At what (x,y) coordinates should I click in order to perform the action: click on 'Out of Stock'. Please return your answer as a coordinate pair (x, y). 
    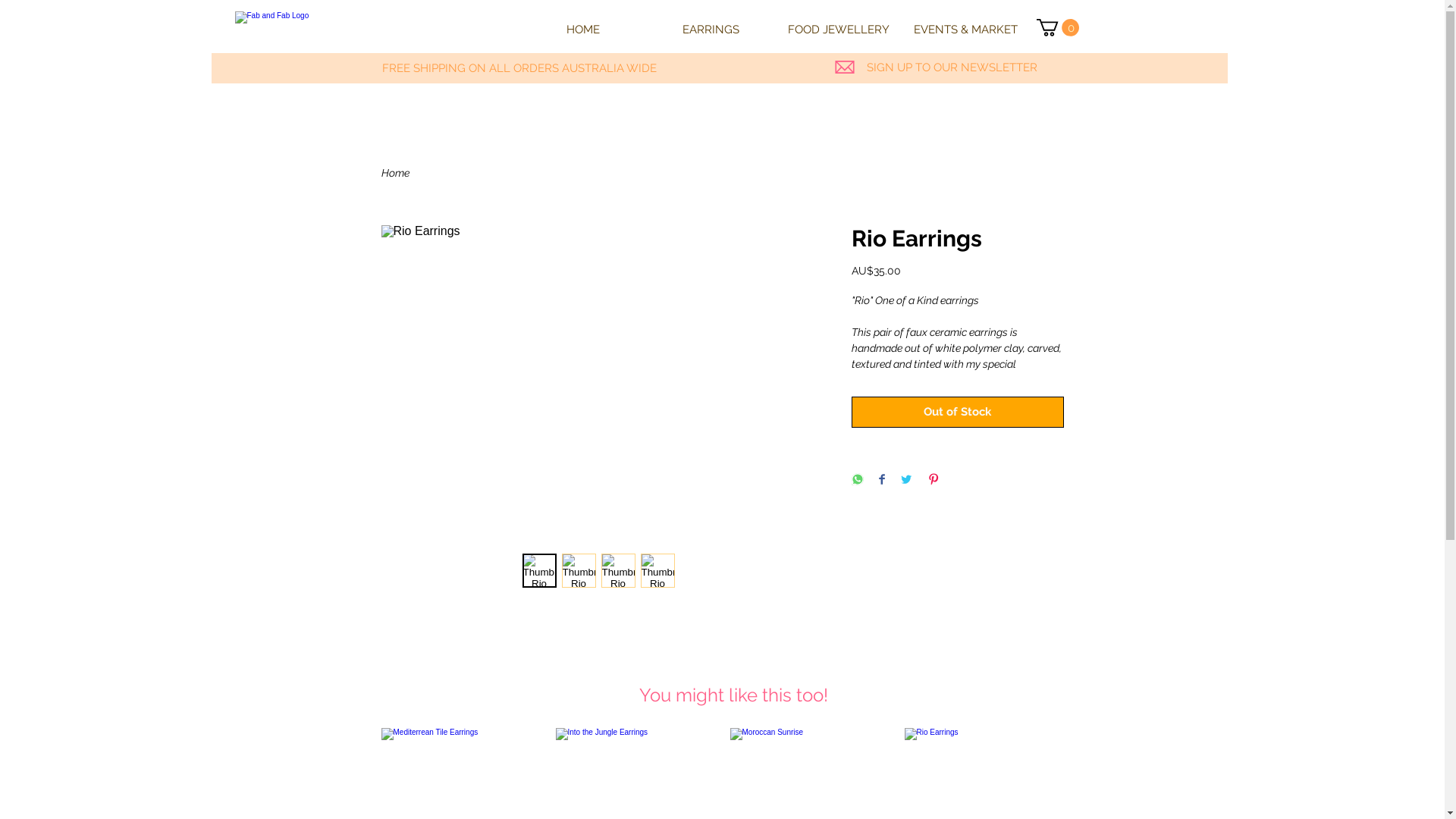
    Looking at the image, I should click on (956, 412).